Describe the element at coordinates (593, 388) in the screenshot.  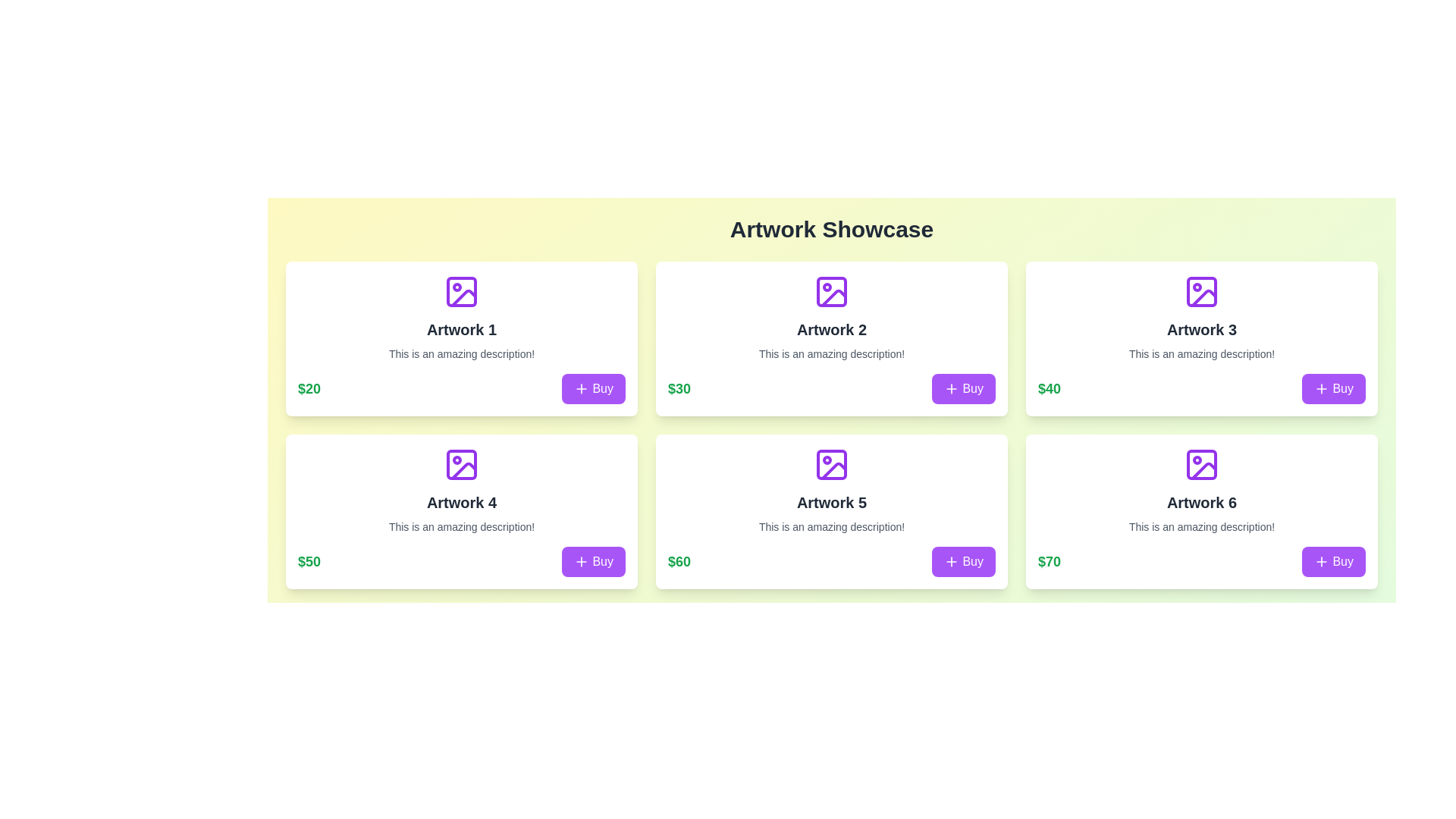
I see `the '+ Buy' button` at that location.